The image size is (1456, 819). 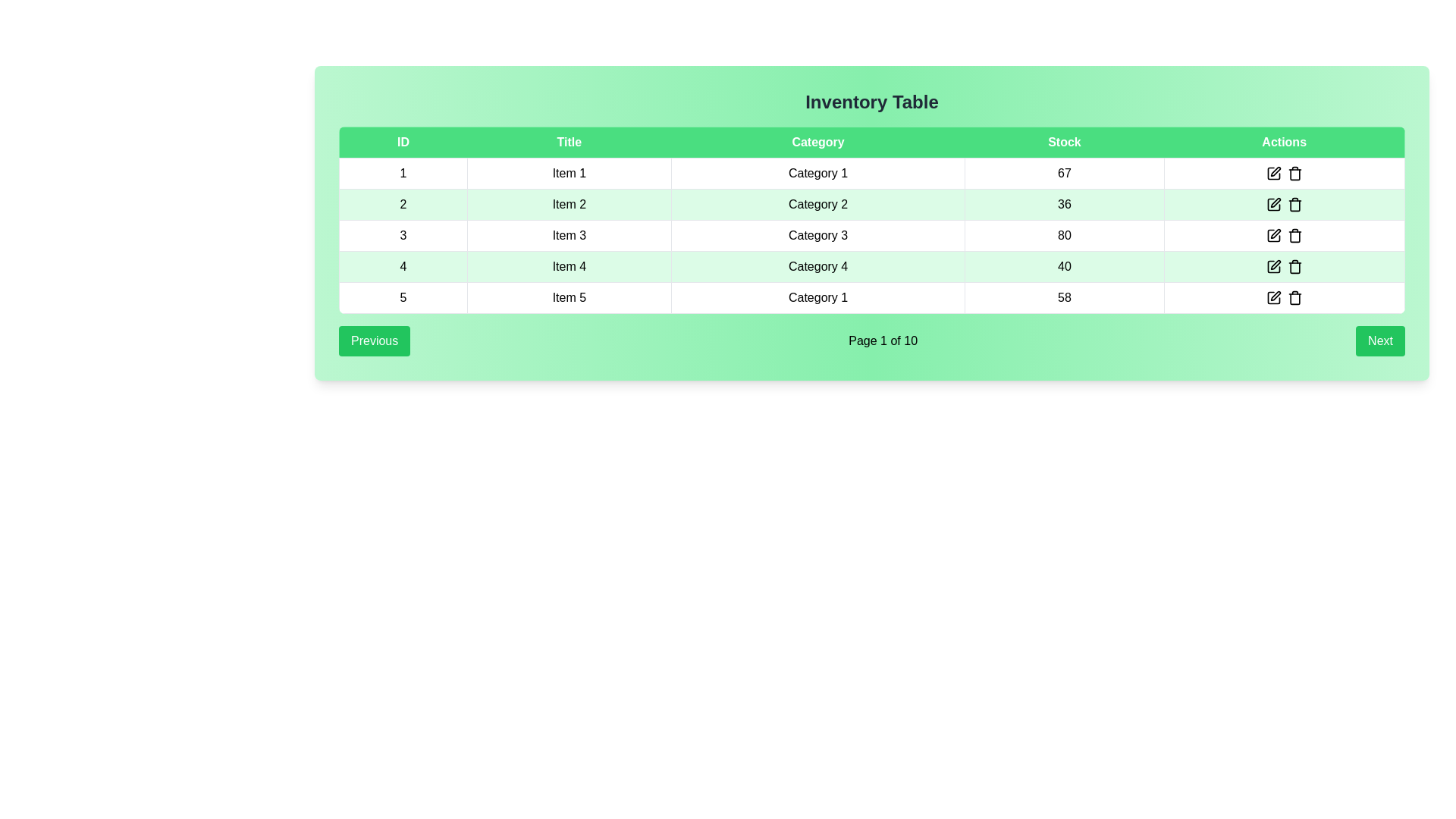 What do you see at coordinates (1284, 172) in the screenshot?
I see `the pencil icon in the 'Actions' column of the first data row` at bounding box center [1284, 172].